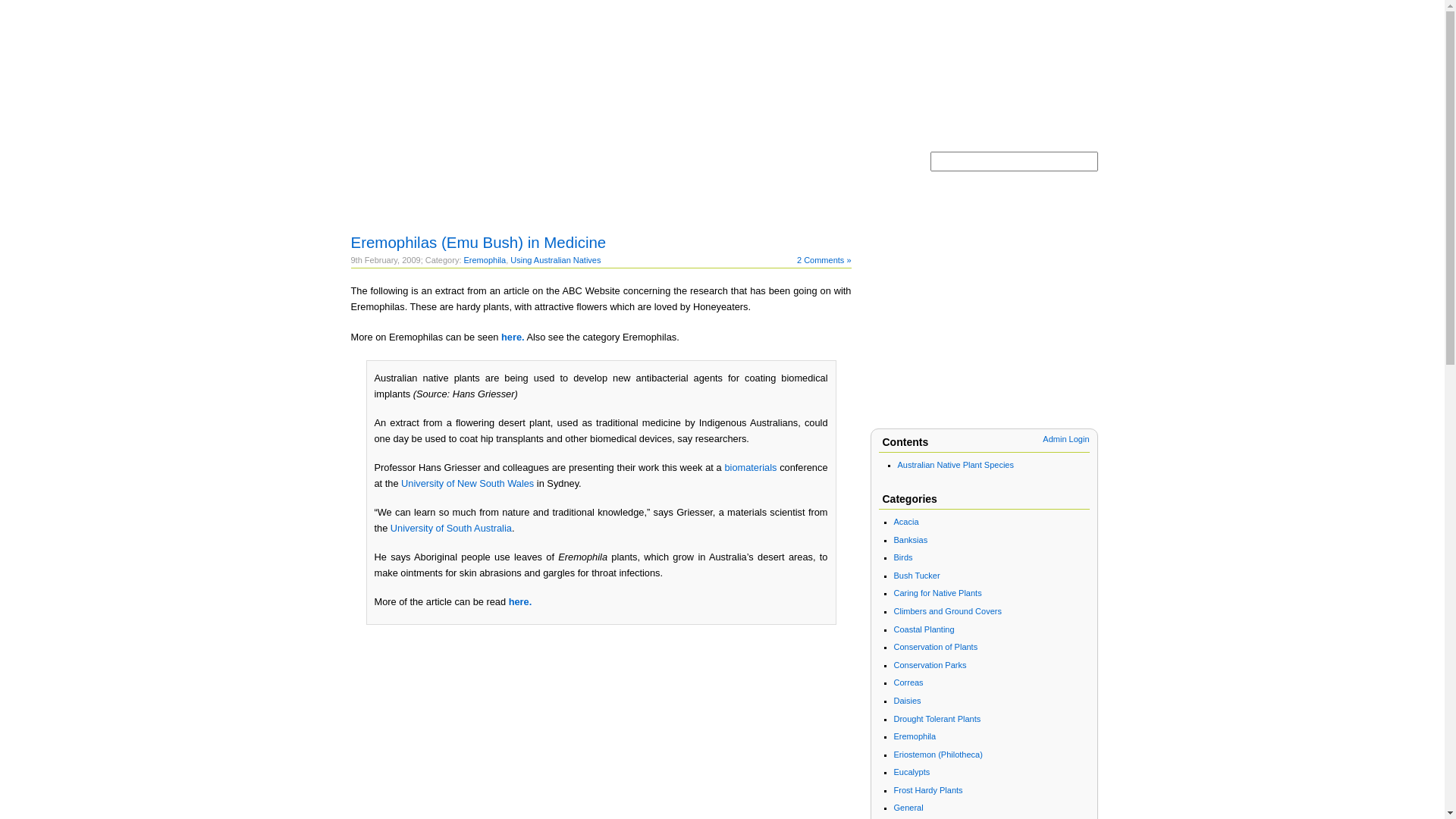 This screenshot has width=1456, height=819. Describe the element at coordinates (928, 664) in the screenshot. I see `'Conservation Parks'` at that location.